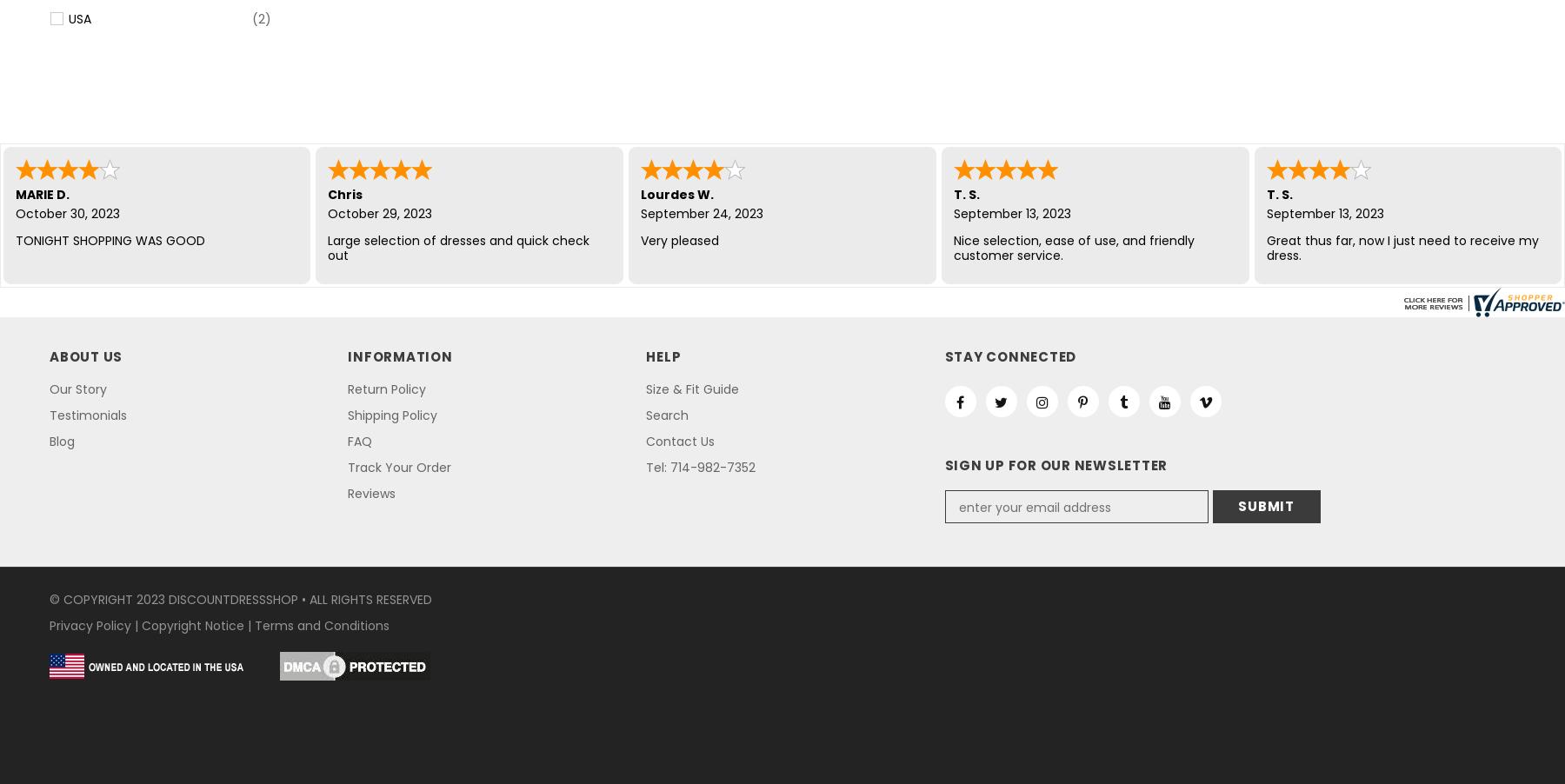 This screenshot has height=784, width=1565. I want to click on '(2)', so click(250, 18).